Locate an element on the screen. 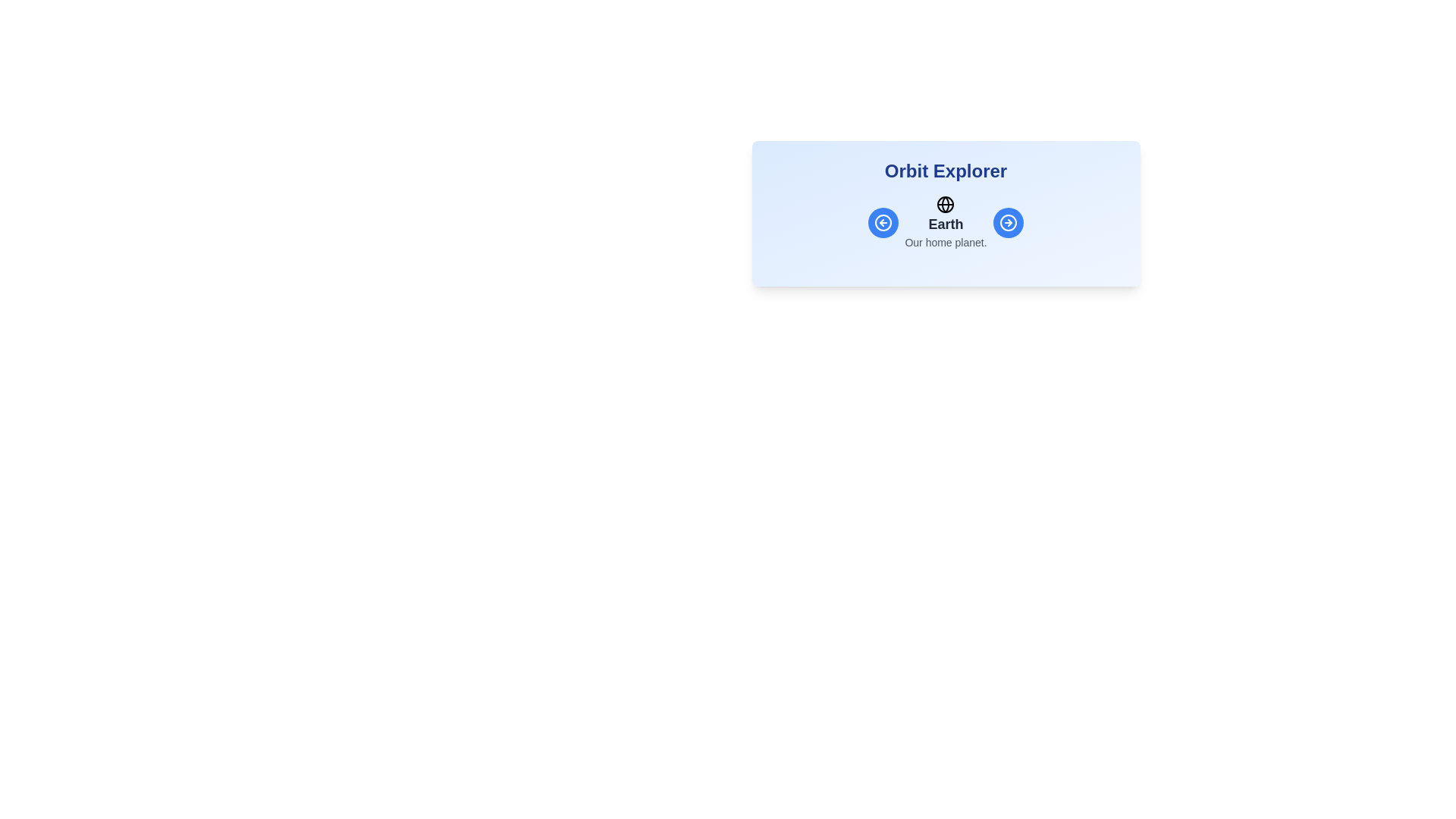 Image resolution: width=1456 pixels, height=819 pixels. the circular blue icon depicting a right-pointing arrow is located at coordinates (1008, 222).